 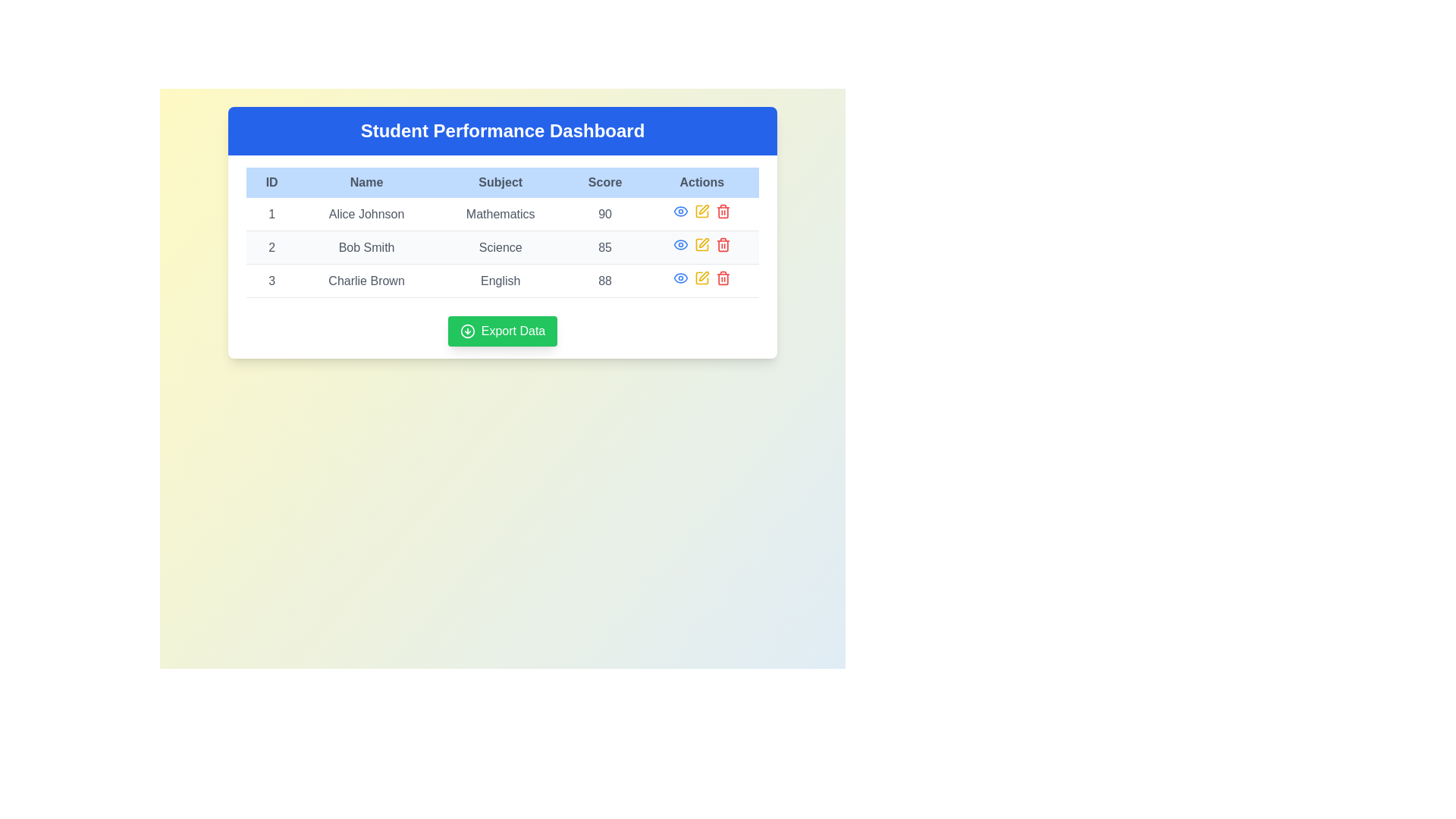 I want to click on the static score display showing '90' for 'Alice Johnson' in 'Mathematics' located in the fourth cell of the first row of the data grid, so click(x=604, y=214).